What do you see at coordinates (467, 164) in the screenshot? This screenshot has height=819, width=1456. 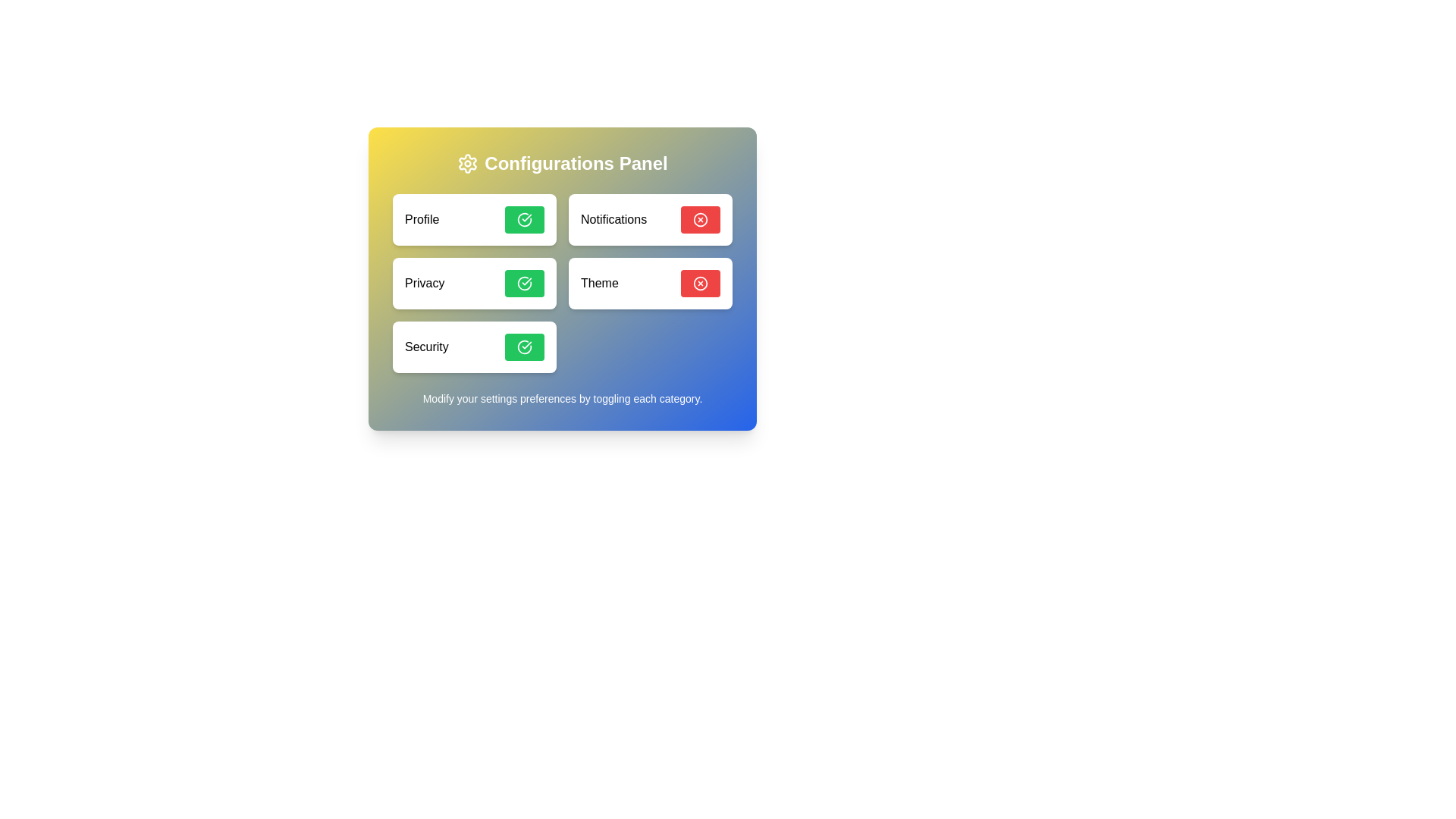 I see `the cogwheel icon located to the left of the 'Configurations Panel' title in the top section of the panel` at bounding box center [467, 164].